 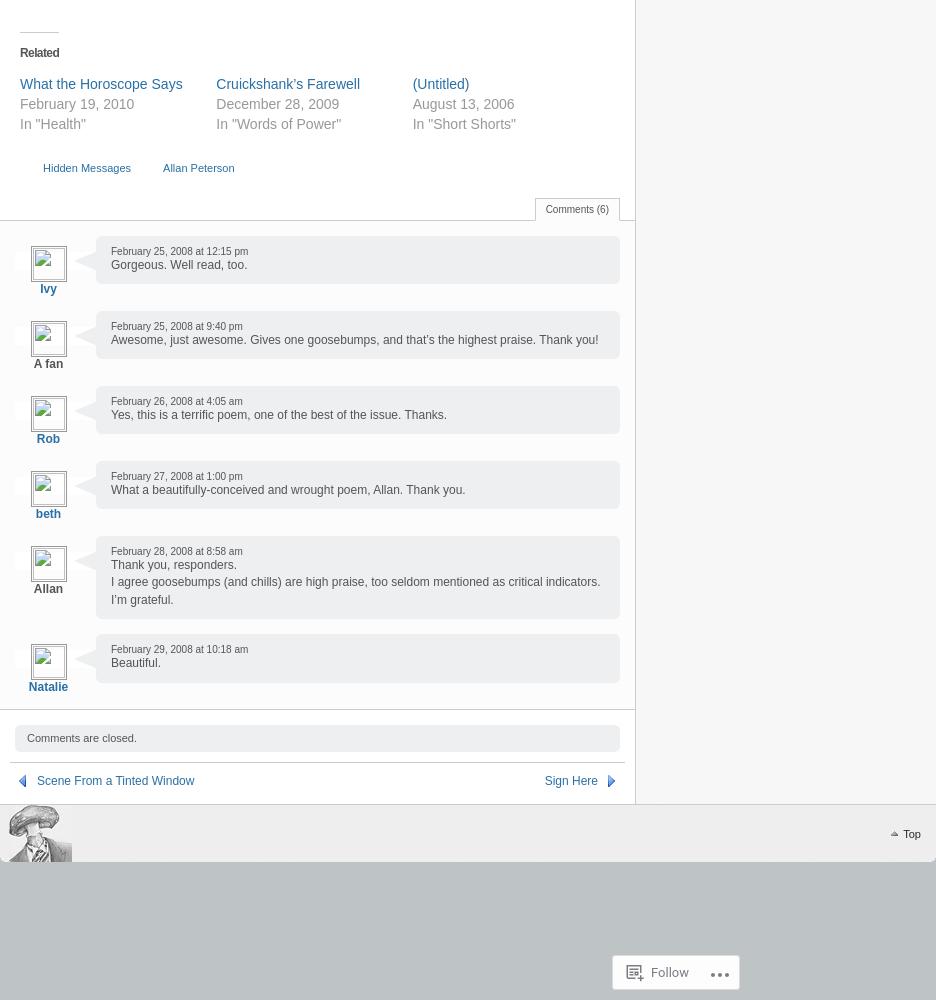 What do you see at coordinates (48, 587) in the screenshot?
I see `'Allan'` at bounding box center [48, 587].